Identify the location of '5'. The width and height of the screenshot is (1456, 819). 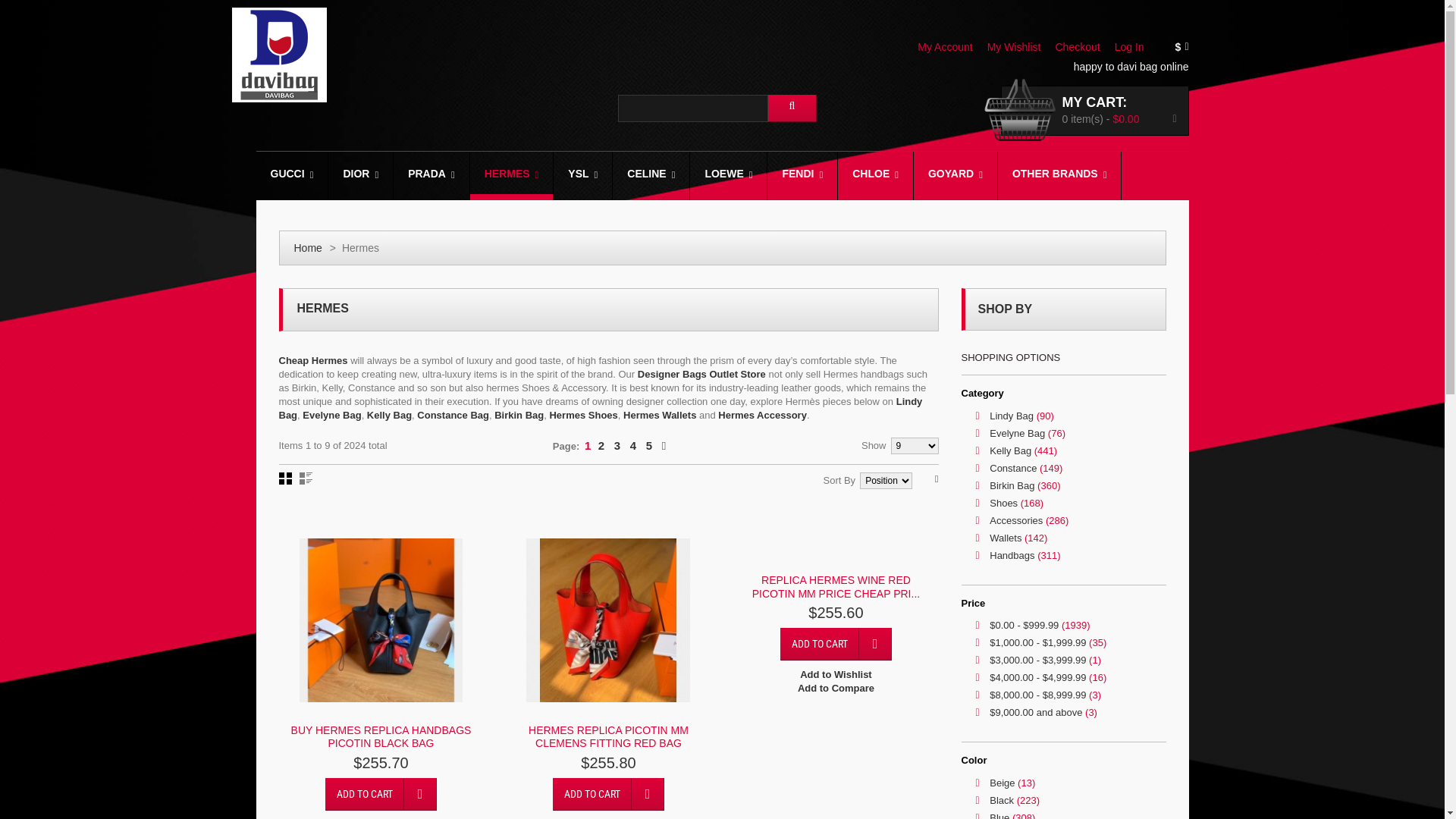
(644, 444).